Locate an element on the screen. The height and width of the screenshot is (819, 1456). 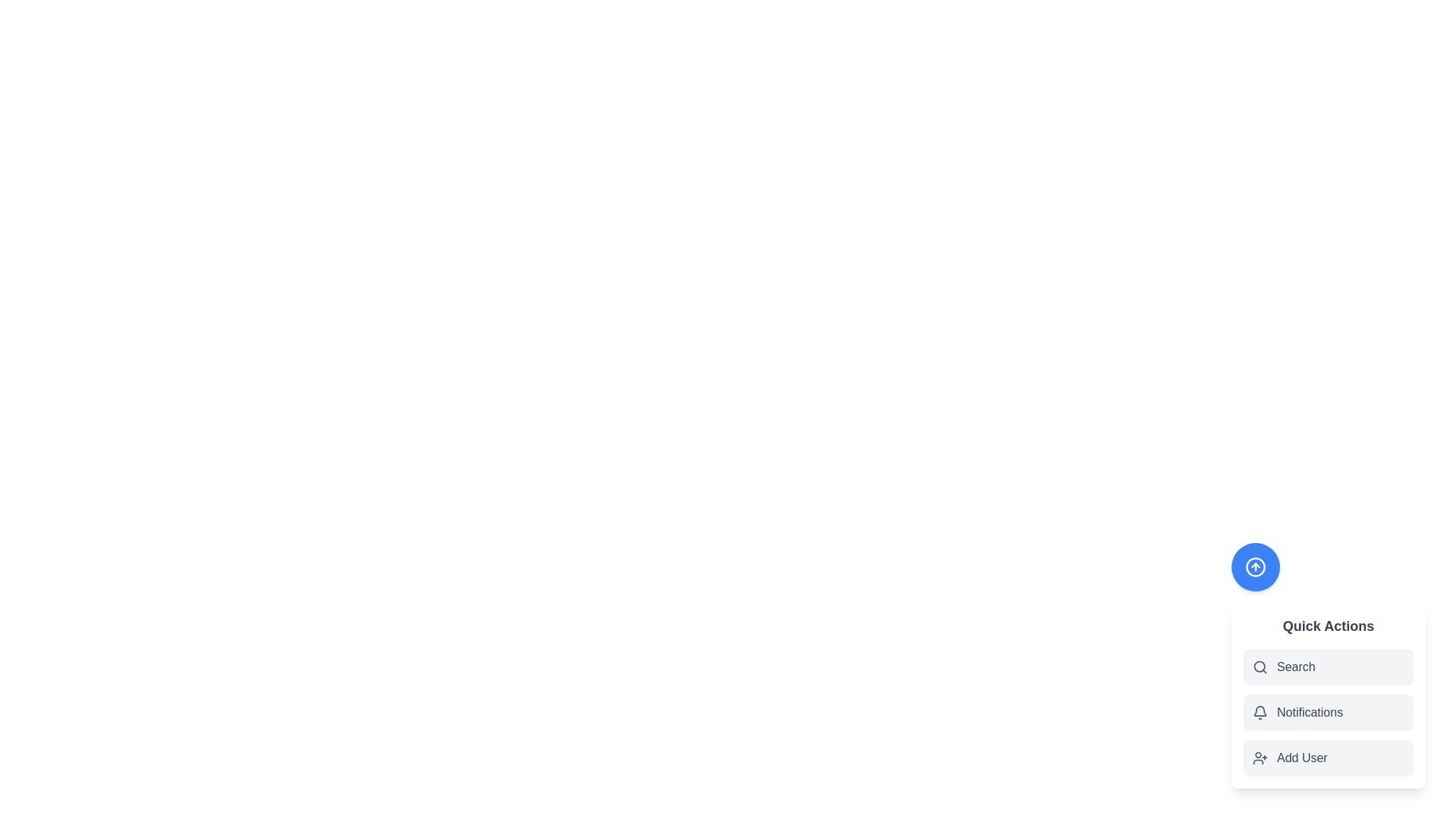
the 'Search' button located beneath the title 'Quick Actions' in the bottom-right menu is located at coordinates (1328, 665).